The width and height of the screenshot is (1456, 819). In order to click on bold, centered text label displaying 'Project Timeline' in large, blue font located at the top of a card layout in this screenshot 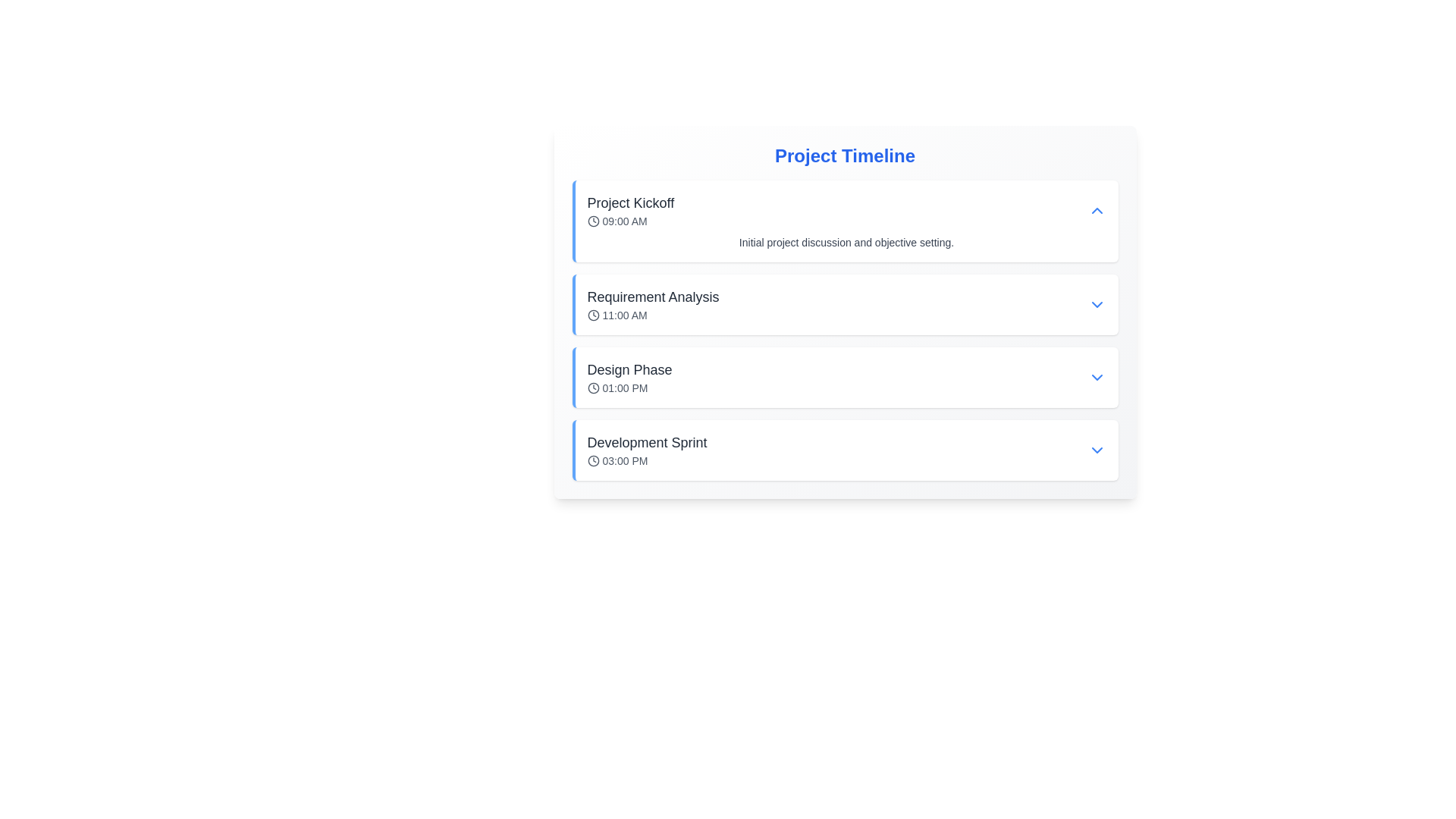, I will do `click(844, 155)`.